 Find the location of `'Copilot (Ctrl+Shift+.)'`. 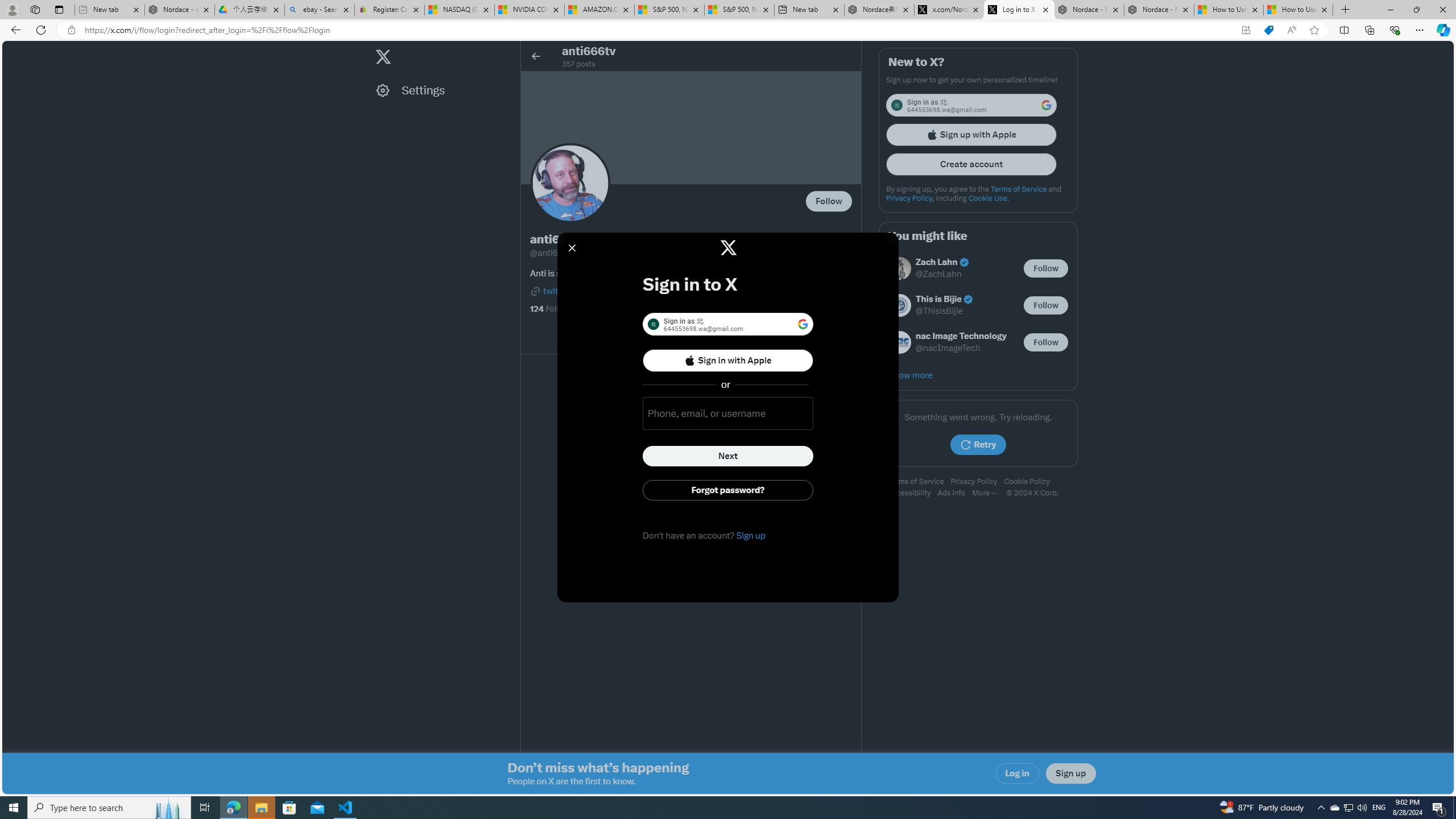

'Copilot (Ctrl+Shift+.)' is located at coordinates (1442, 29).